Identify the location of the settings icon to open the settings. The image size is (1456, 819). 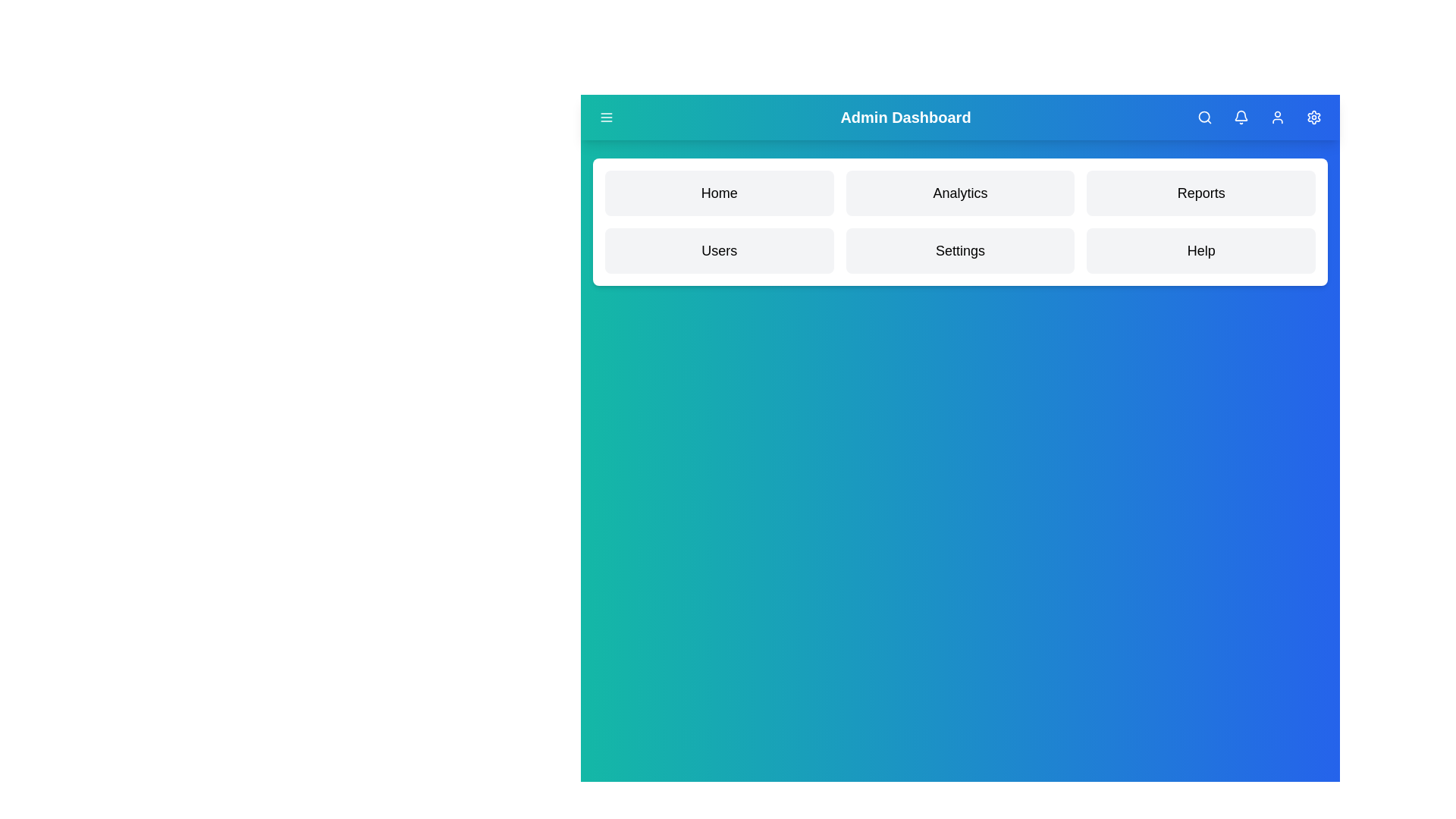
(1313, 116).